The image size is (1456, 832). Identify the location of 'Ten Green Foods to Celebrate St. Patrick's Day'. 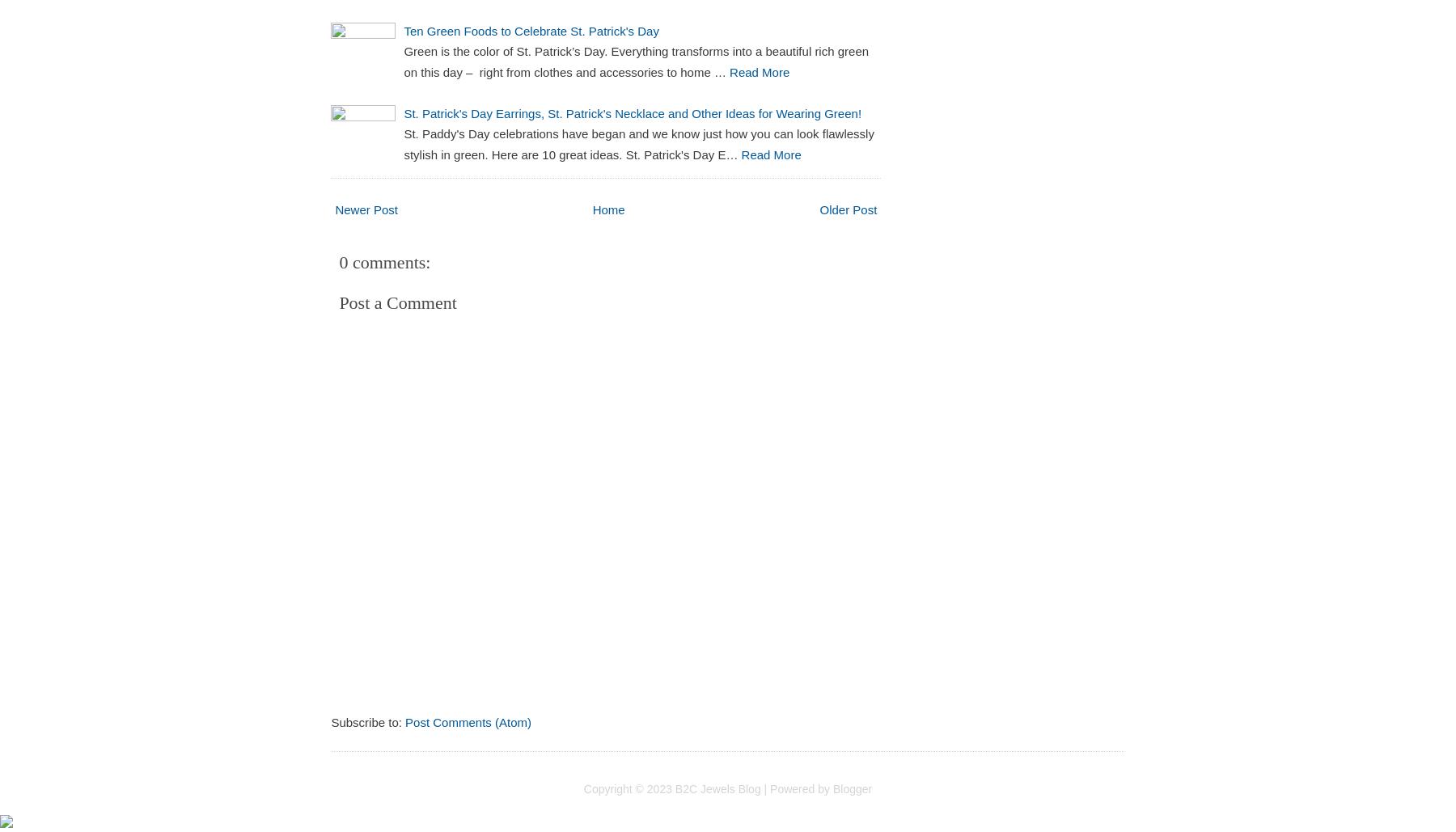
(402, 30).